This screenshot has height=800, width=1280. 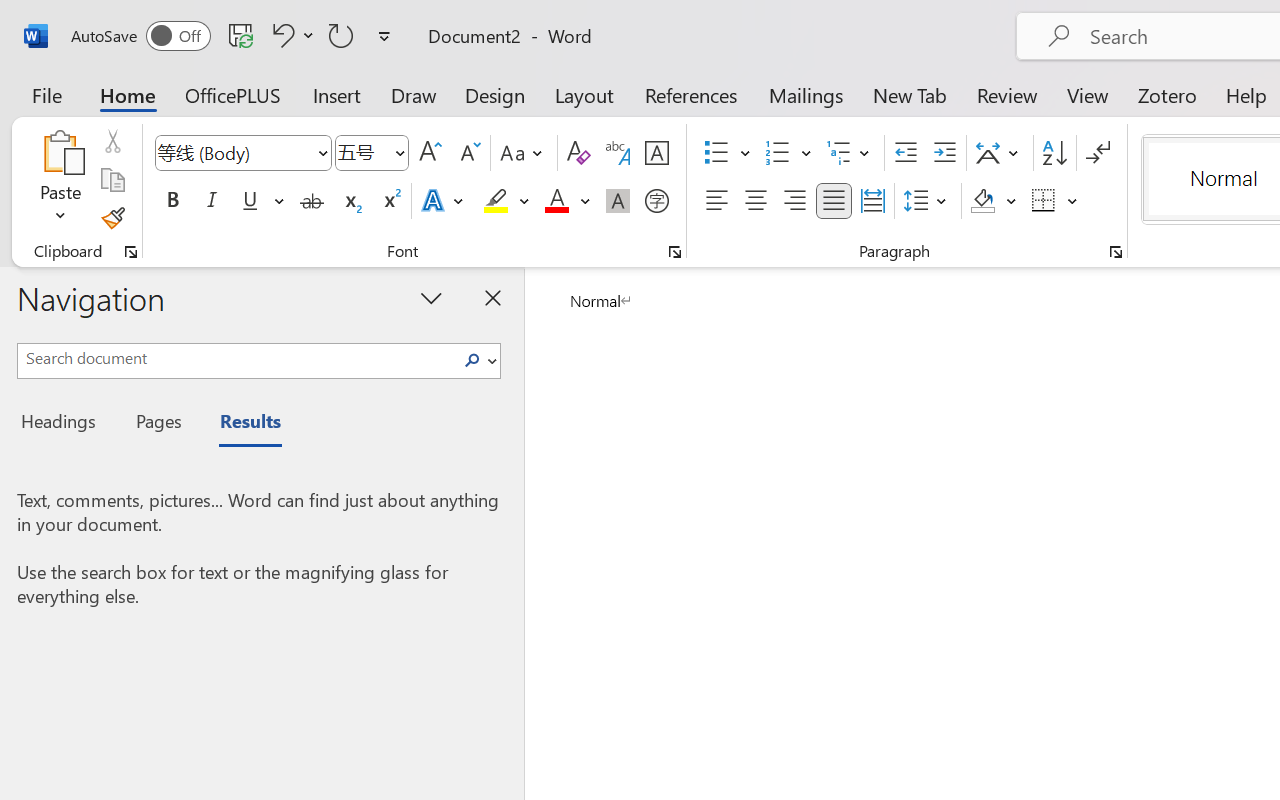 I want to click on 'Layout', so click(x=583, y=94).